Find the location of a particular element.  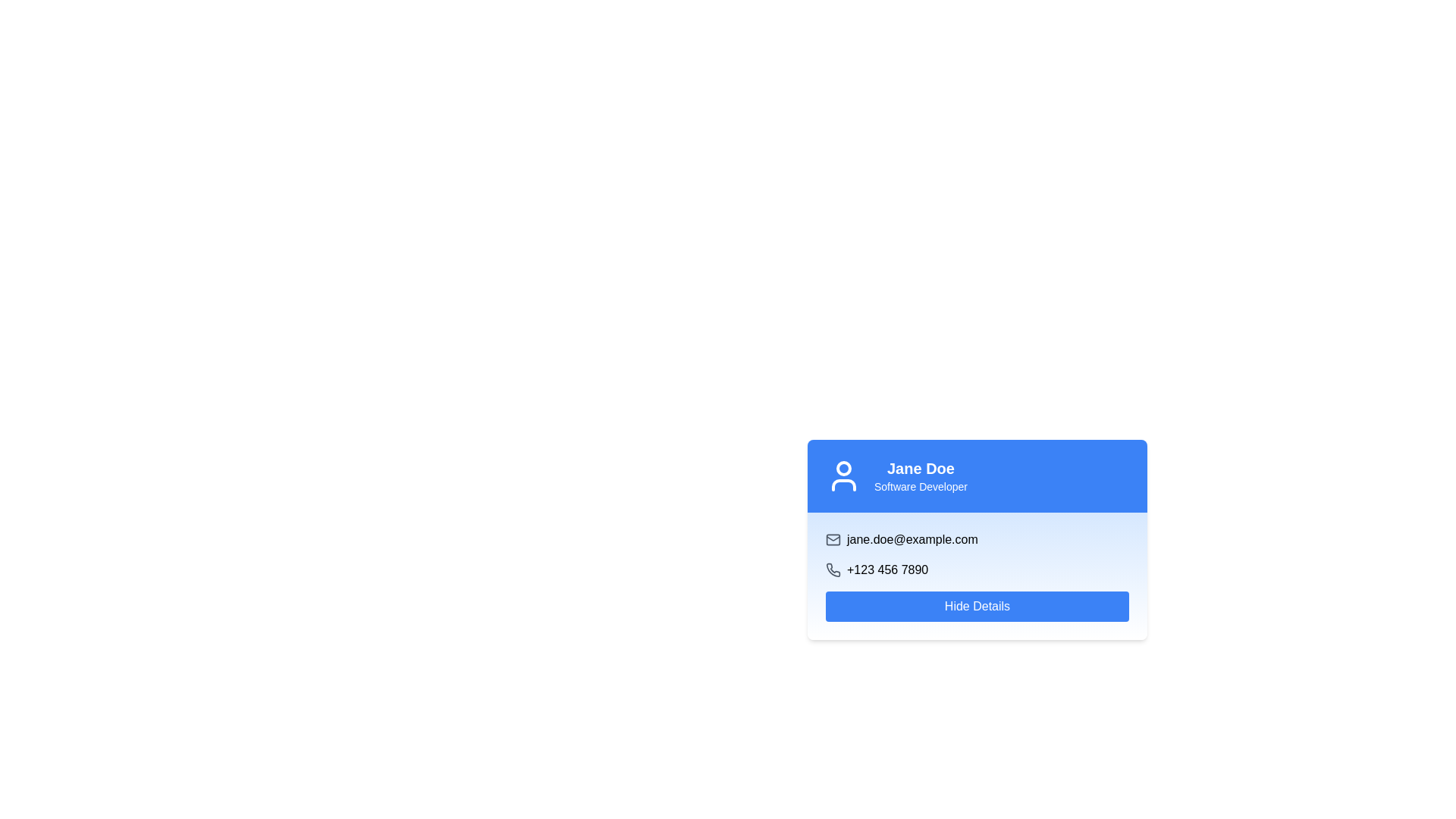

the text displaying the user's contact phone number, which is positioned to the right of the phone icon and below the email address row in the user profile card is located at coordinates (887, 570).